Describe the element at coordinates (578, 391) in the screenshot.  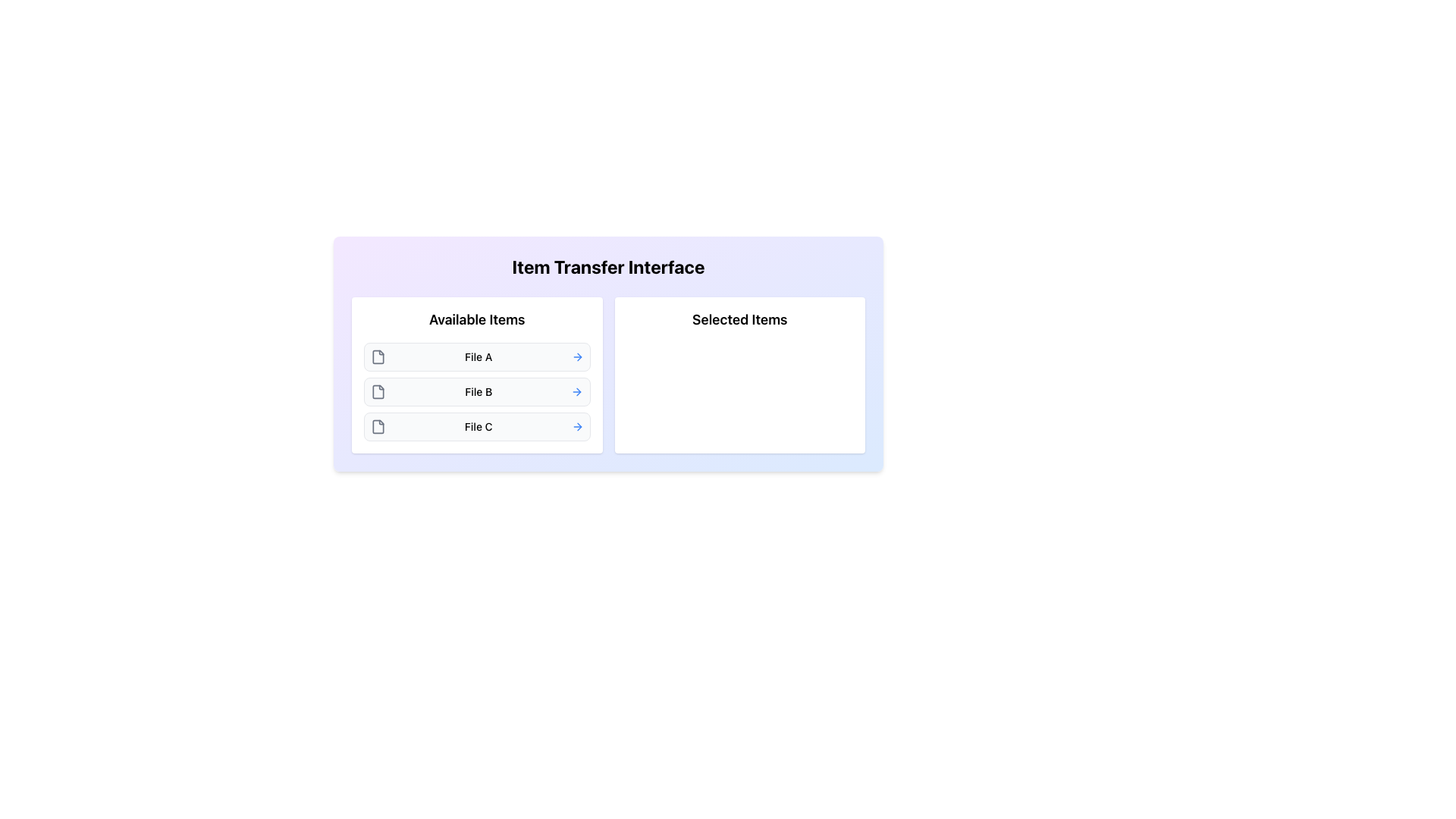
I see `the button icon for 'File B' in the second row of the 'Available Items' section` at that location.